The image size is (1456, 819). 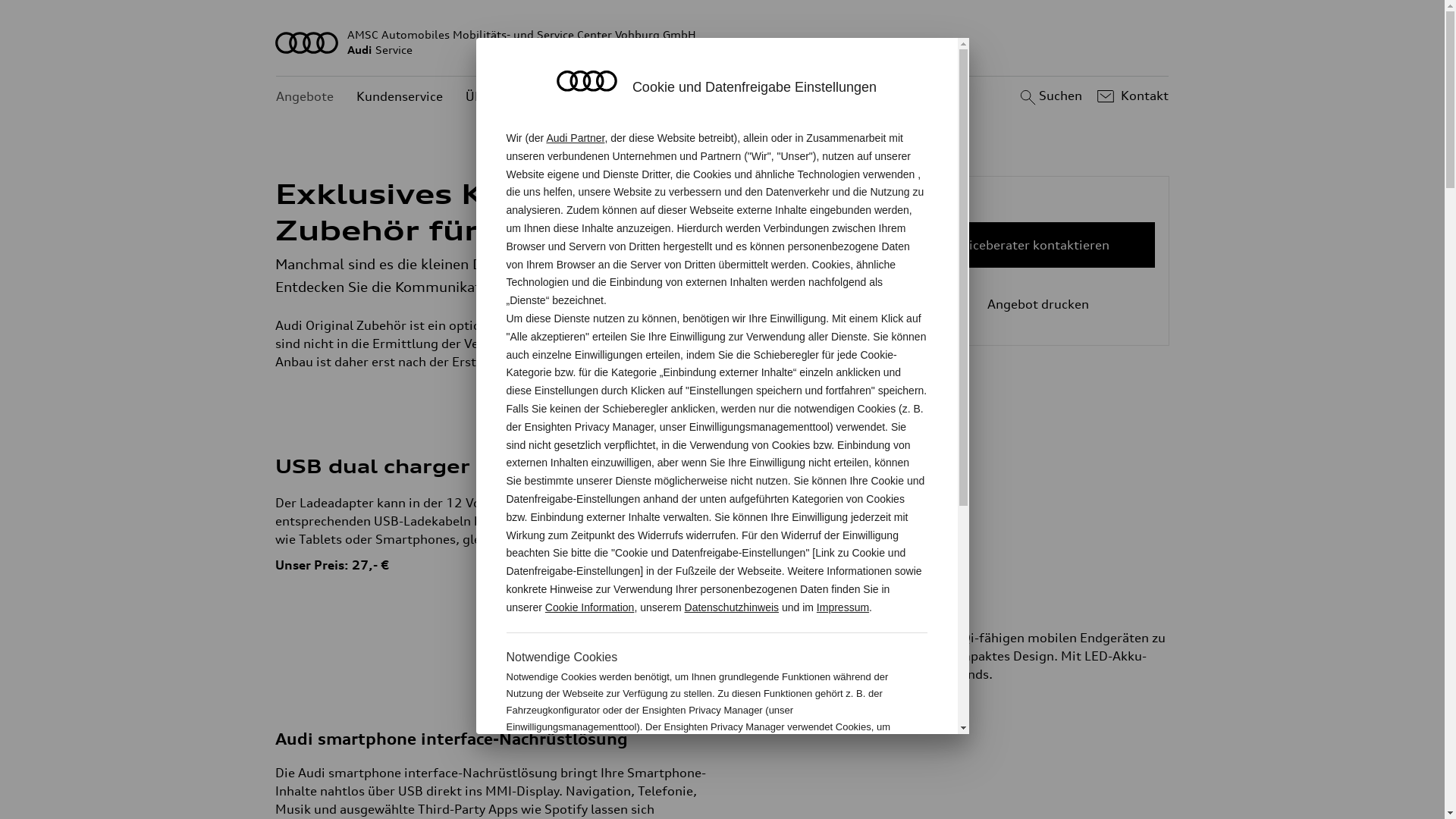 What do you see at coordinates (1131, 96) in the screenshot?
I see `'Kontakt'` at bounding box center [1131, 96].